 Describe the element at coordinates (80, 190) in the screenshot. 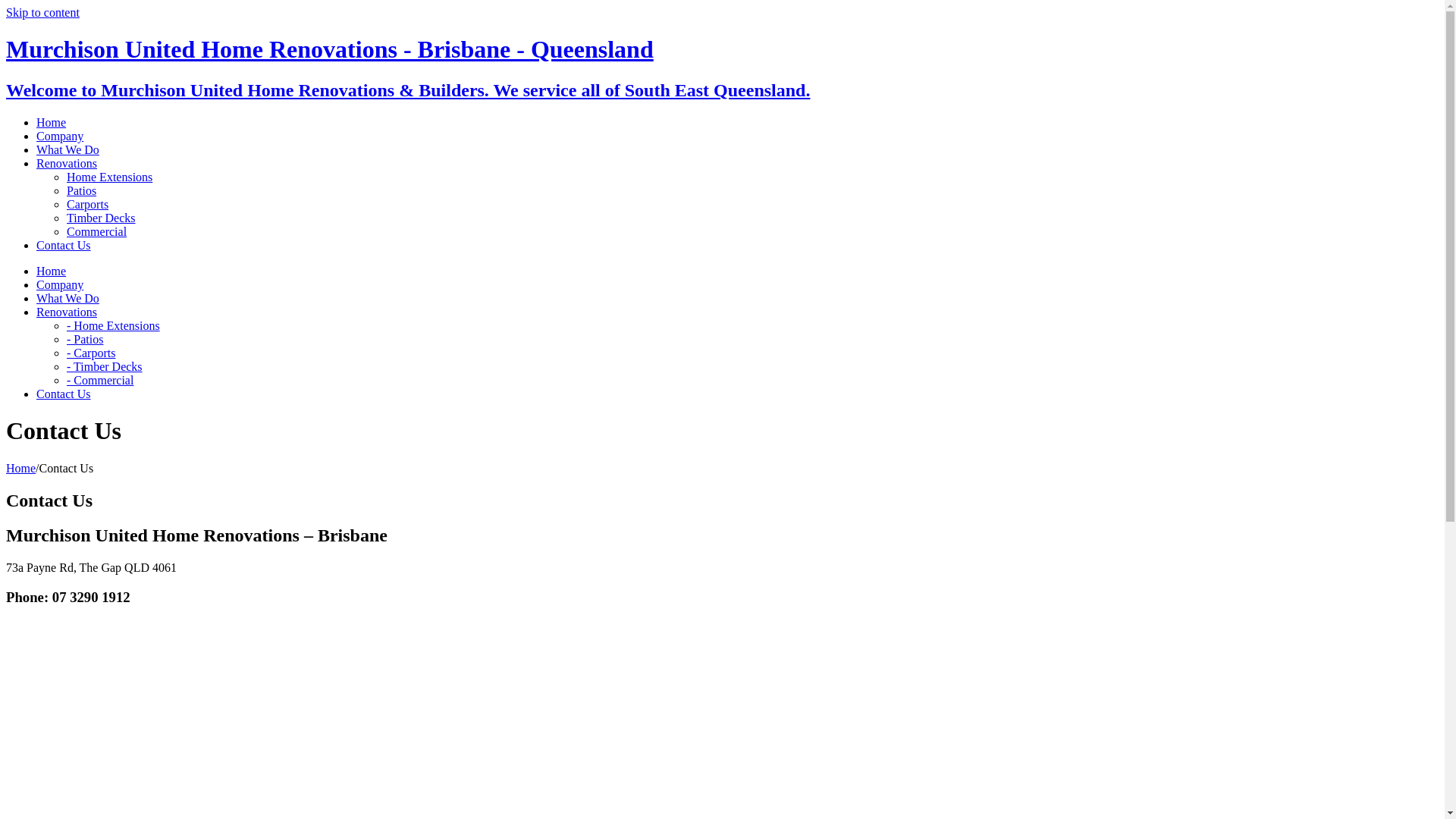

I see `'Patios'` at that location.